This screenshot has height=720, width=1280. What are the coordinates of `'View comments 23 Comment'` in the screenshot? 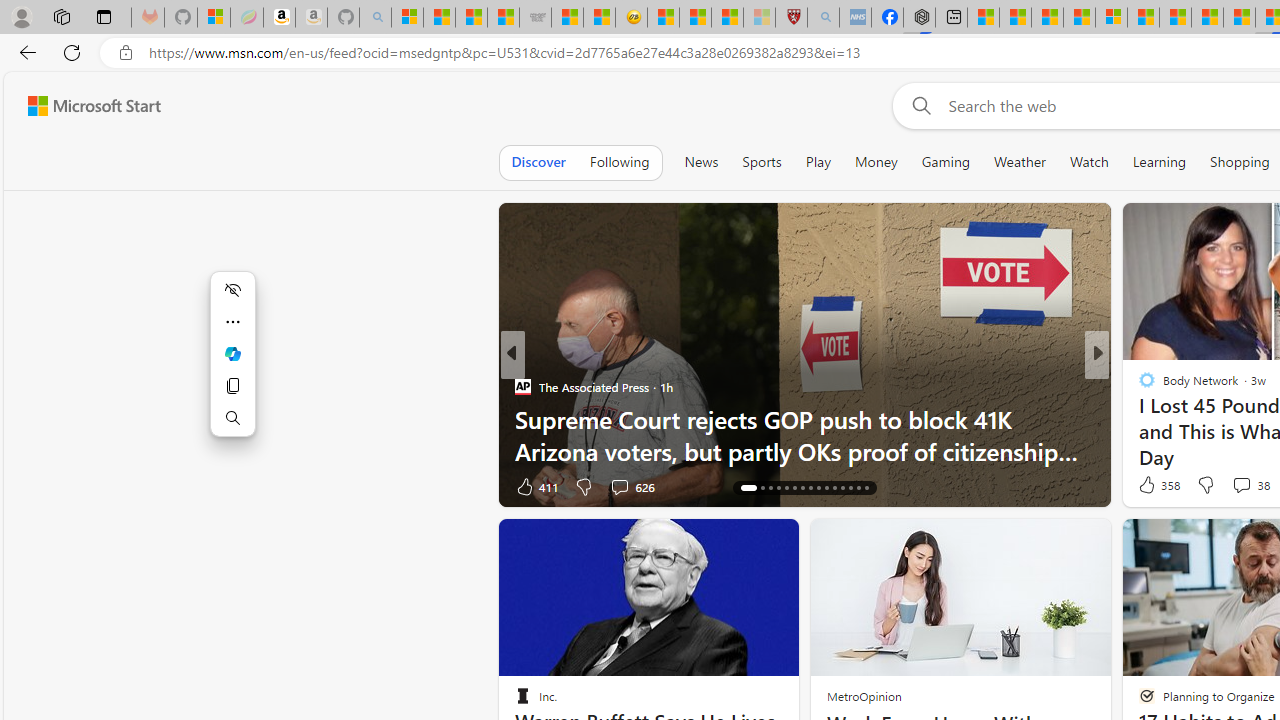 It's located at (1234, 486).